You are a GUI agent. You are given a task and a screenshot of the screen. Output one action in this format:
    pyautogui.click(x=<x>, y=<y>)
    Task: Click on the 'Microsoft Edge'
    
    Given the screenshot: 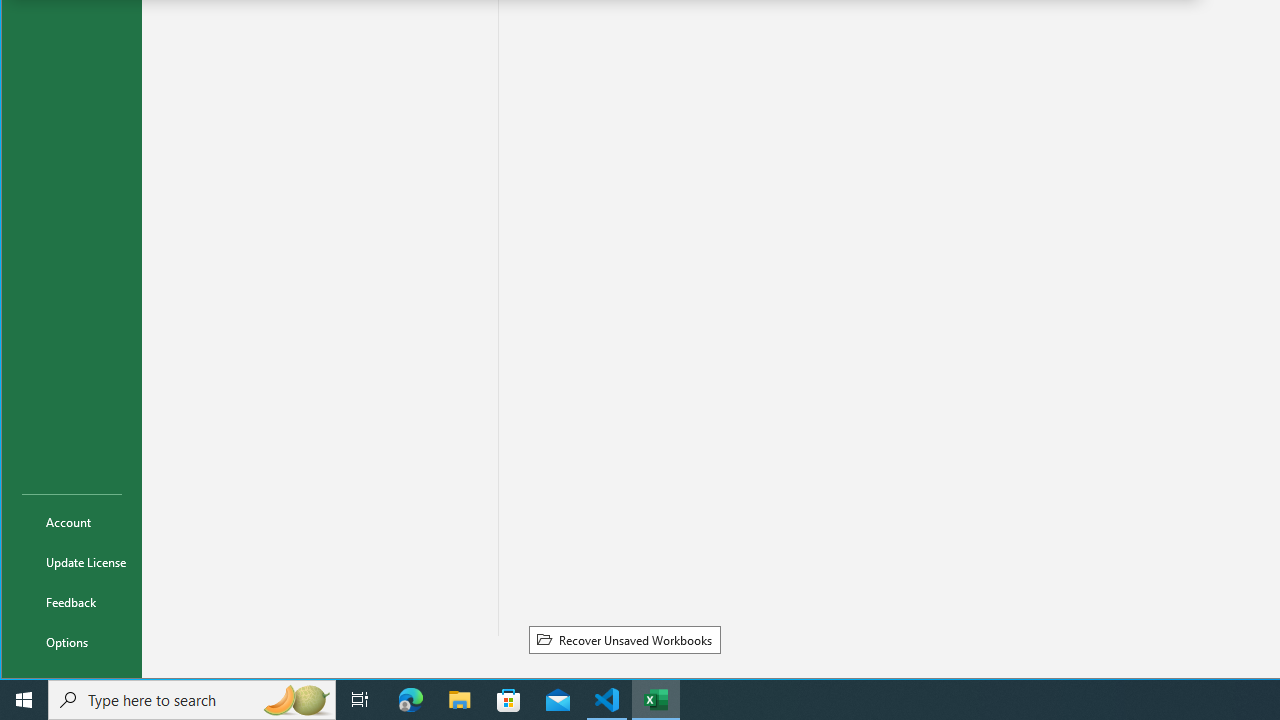 What is the action you would take?
    pyautogui.click(x=410, y=698)
    